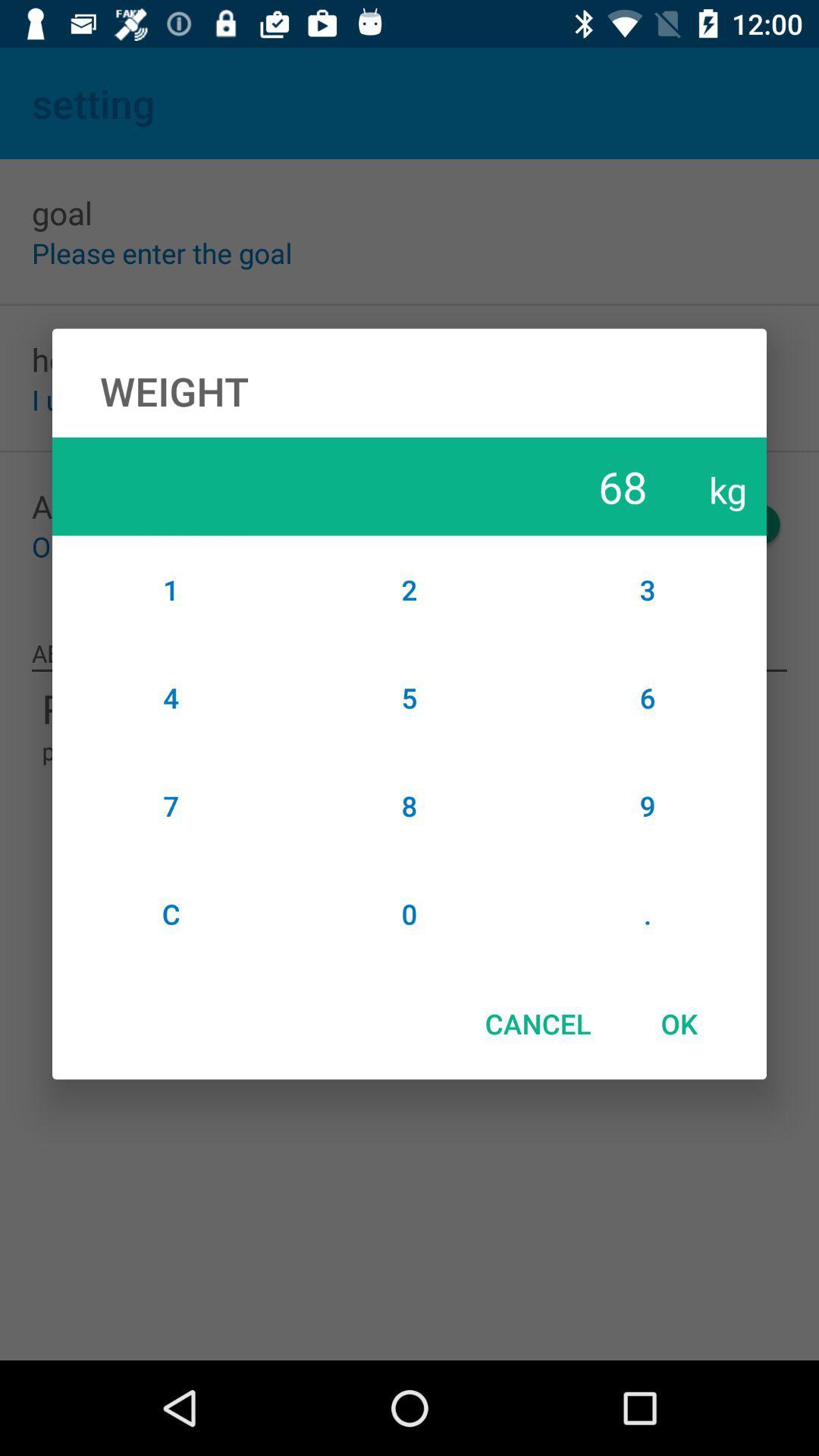 The width and height of the screenshot is (819, 1456). What do you see at coordinates (171, 805) in the screenshot?
I see `item to the left of the 5 icon` at bounding box center [171, 805].